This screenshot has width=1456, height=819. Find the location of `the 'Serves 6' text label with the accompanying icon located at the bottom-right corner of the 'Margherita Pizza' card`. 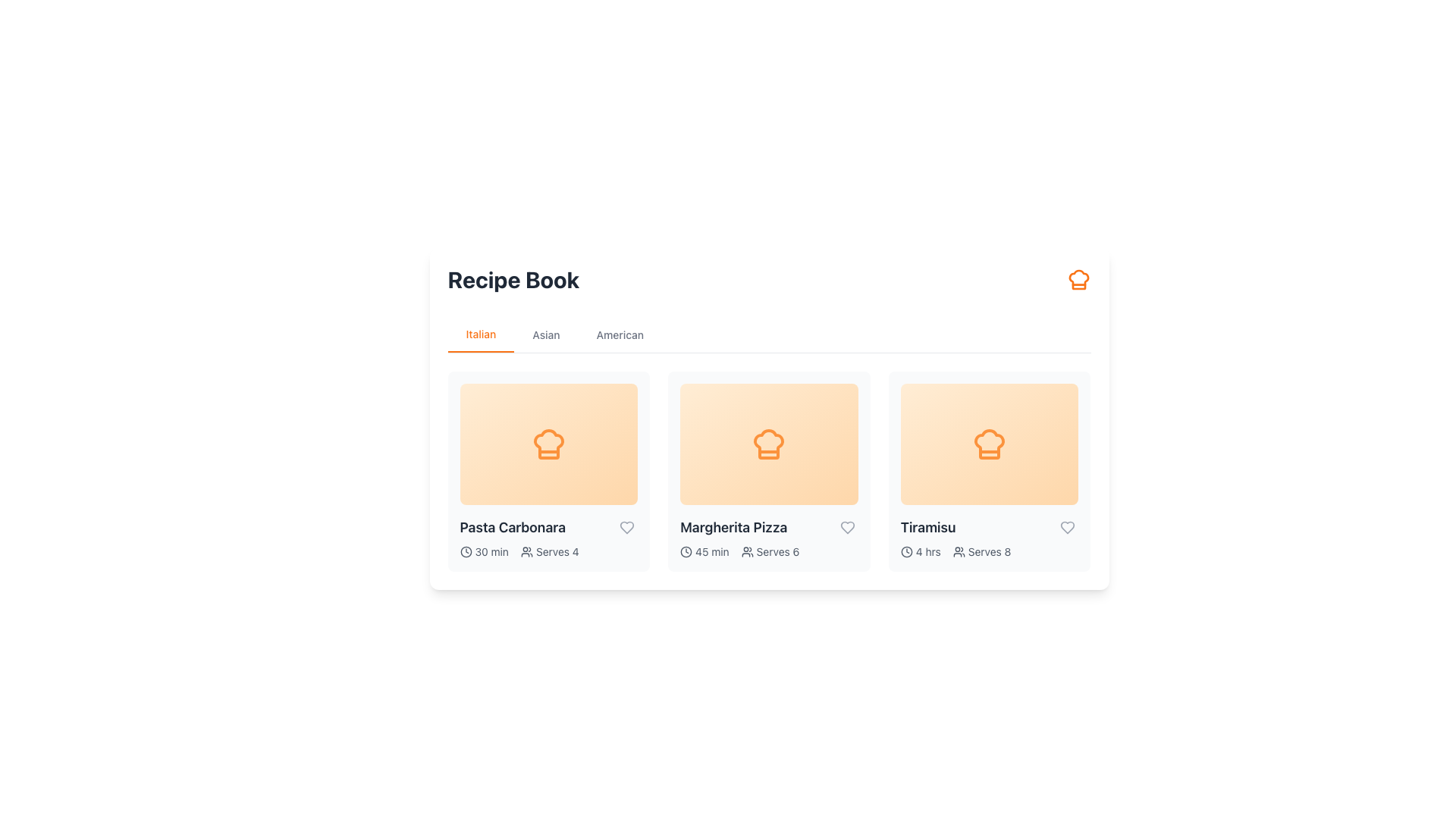

the 'Serves 6' text label with the accompanying icon located at the bottom-right corner of the 'Margherita Pizza' card is located at coordinates (770, 552).